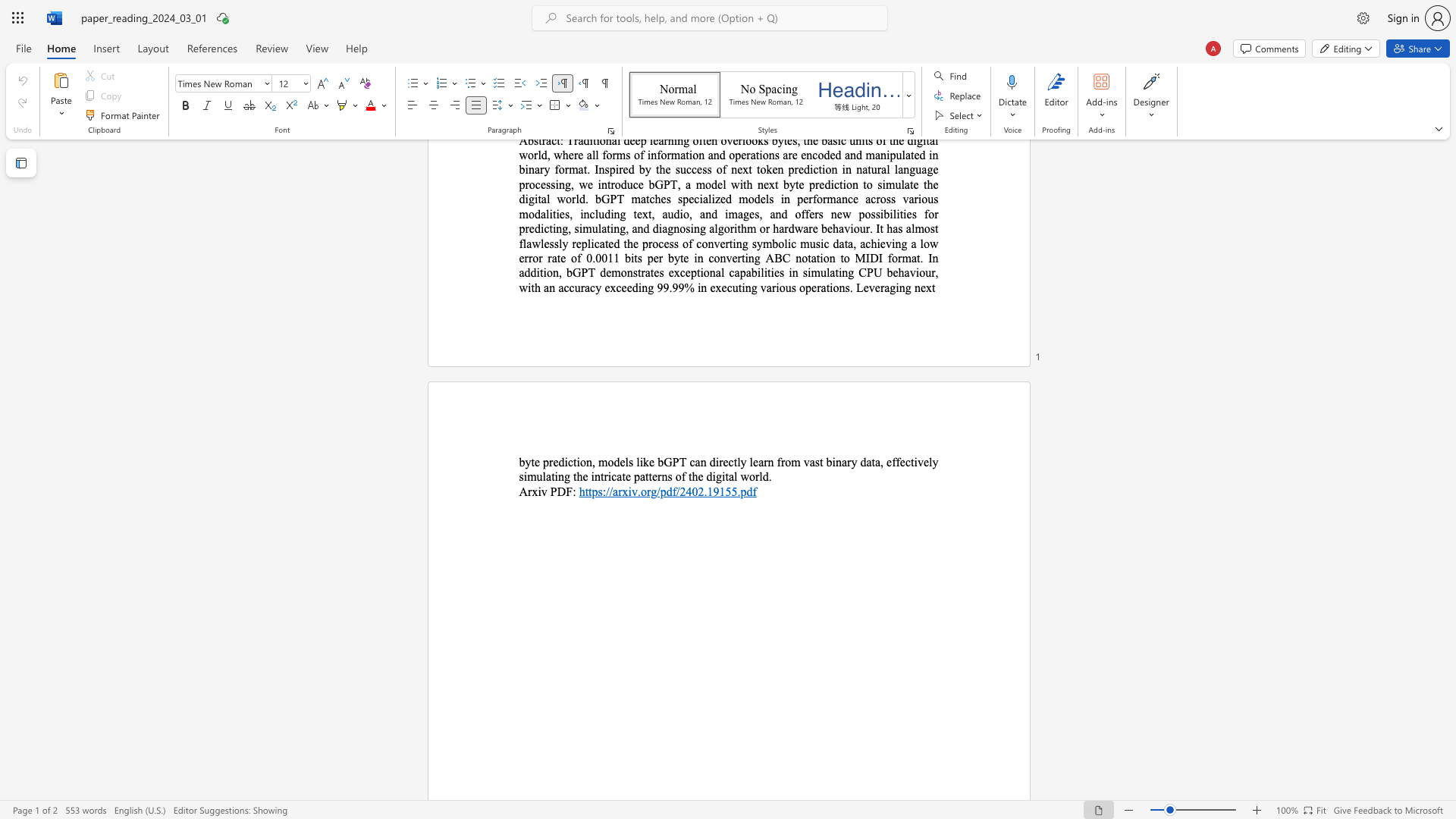  I want to click on the subset text "ps://arxiv.org/pdf/2402.19" within the text "https://arxiv.org/pdf/2402.19155.pdf", so click(591, 491).